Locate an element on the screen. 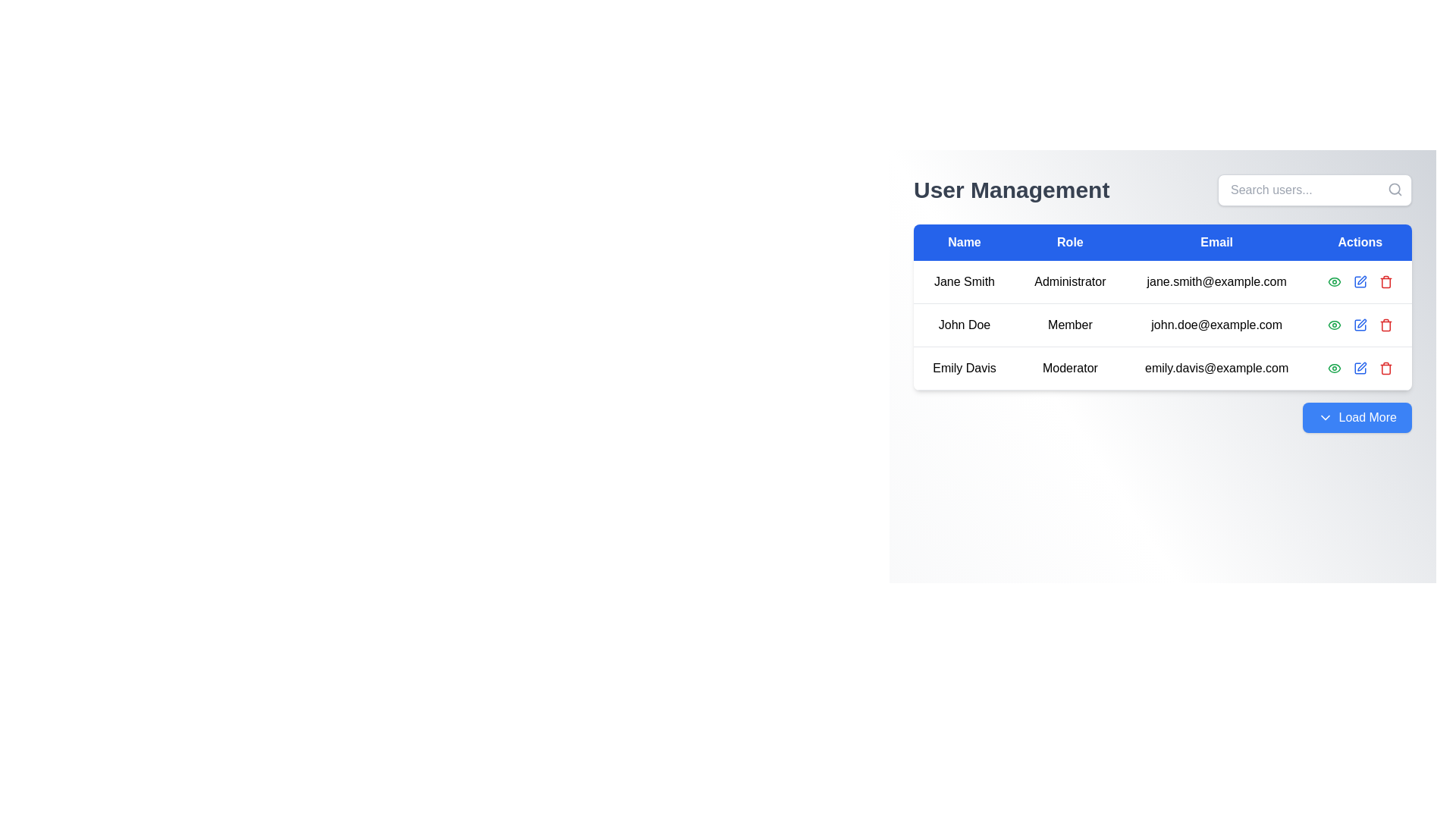  the magnifying glass icon located at the far right end of the 'Search users...' input field is located at coordinates (1395, 189).